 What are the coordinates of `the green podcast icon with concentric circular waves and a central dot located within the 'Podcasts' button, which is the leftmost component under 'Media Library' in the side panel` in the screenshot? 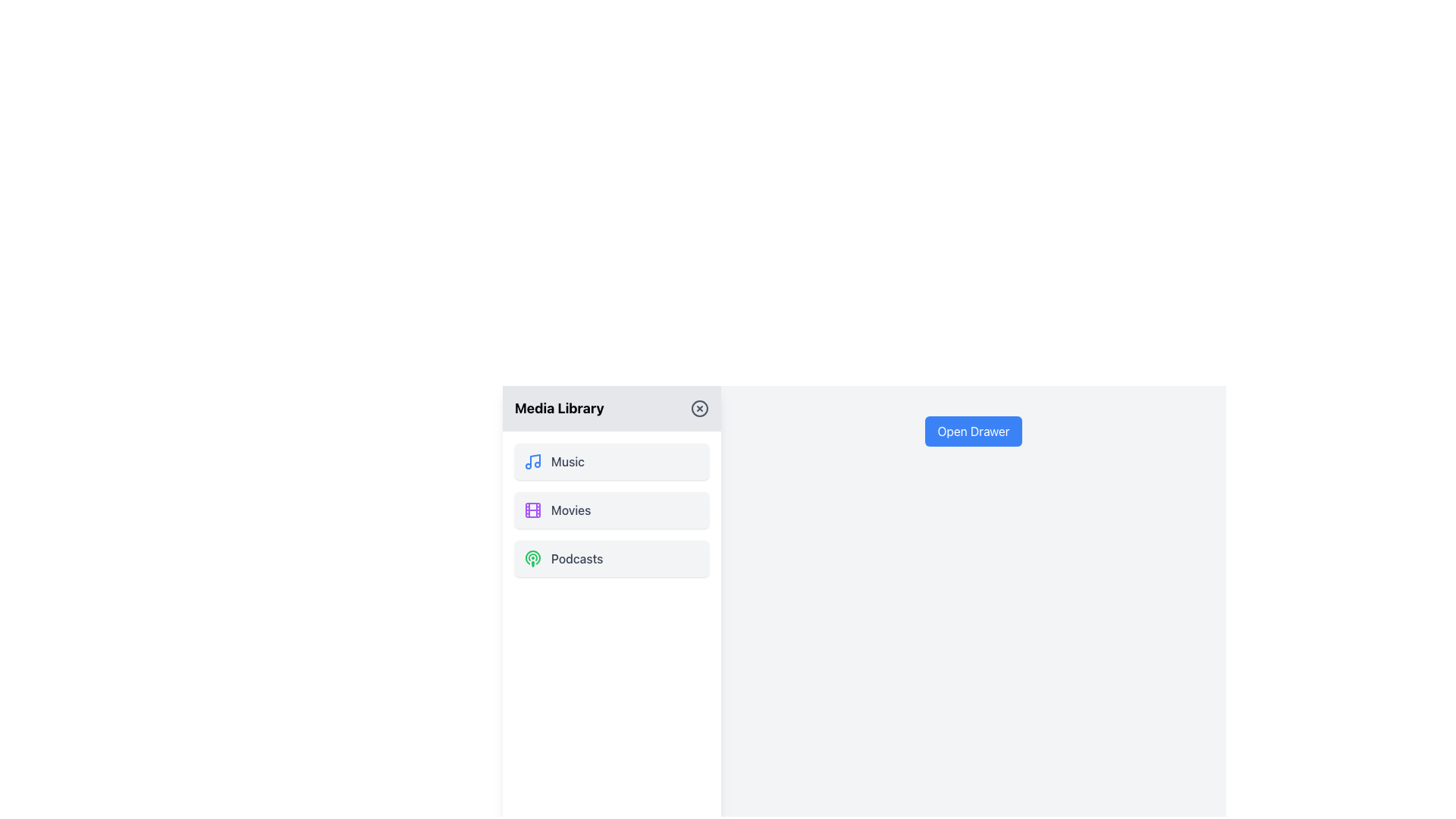 It's located at (532, 558).